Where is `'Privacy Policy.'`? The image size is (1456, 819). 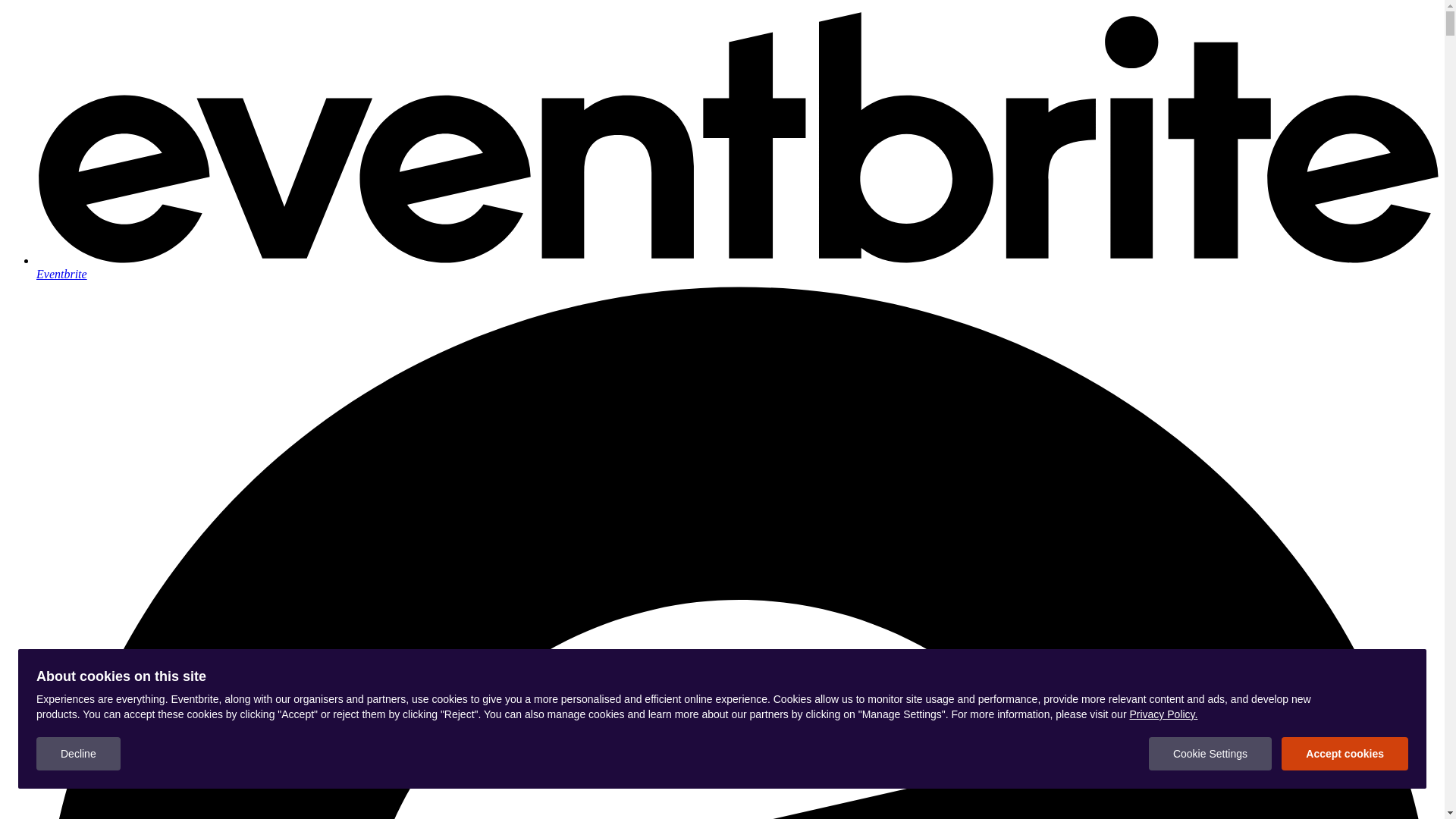
'Privacy Policy.' is located at coordinates (1128, 714).